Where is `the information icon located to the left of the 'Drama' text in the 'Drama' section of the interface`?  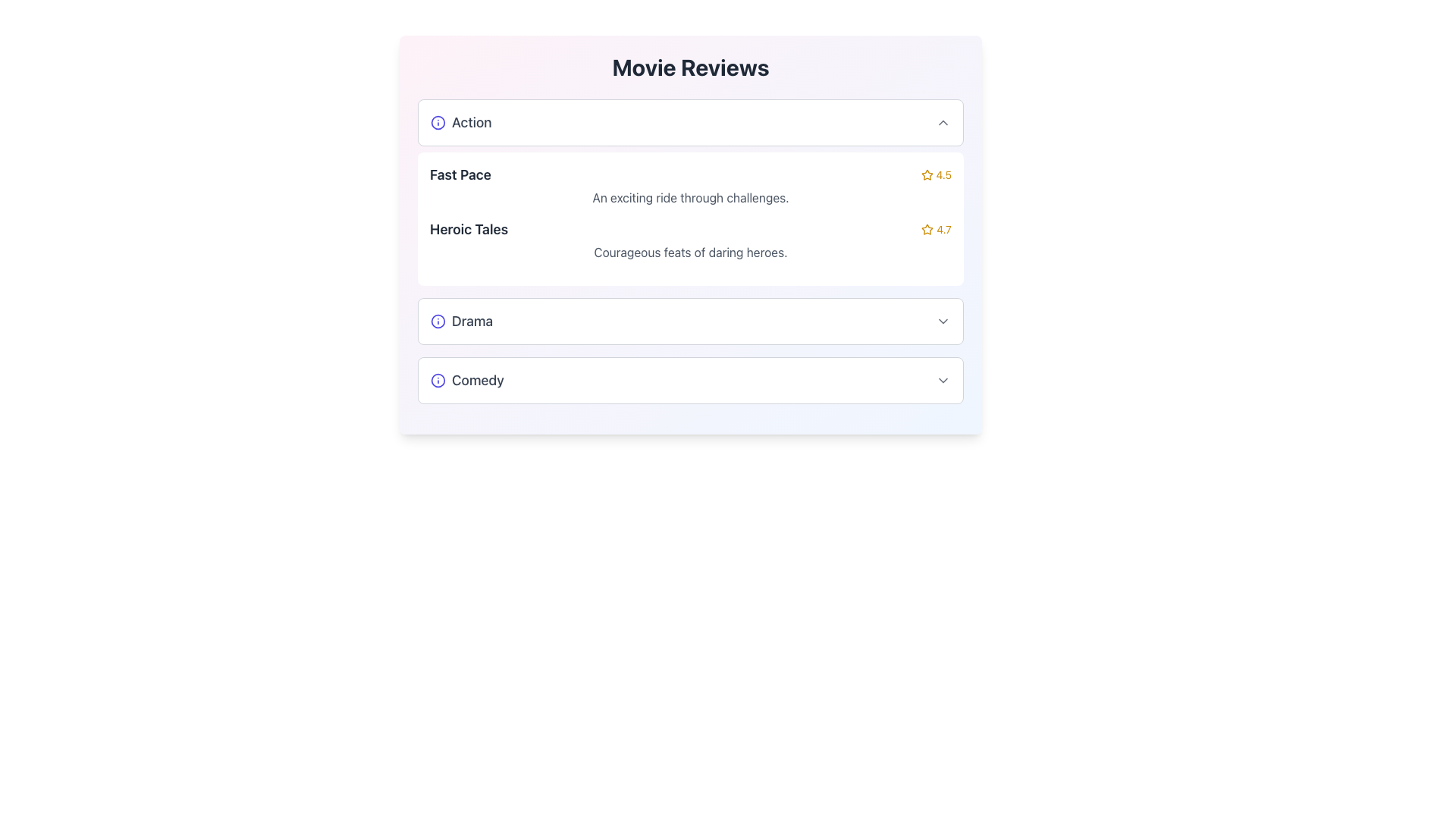 the information icon located to the left of the 'Drama' text in the 'Drama' section of the interface is located at coordinates (437, 321).